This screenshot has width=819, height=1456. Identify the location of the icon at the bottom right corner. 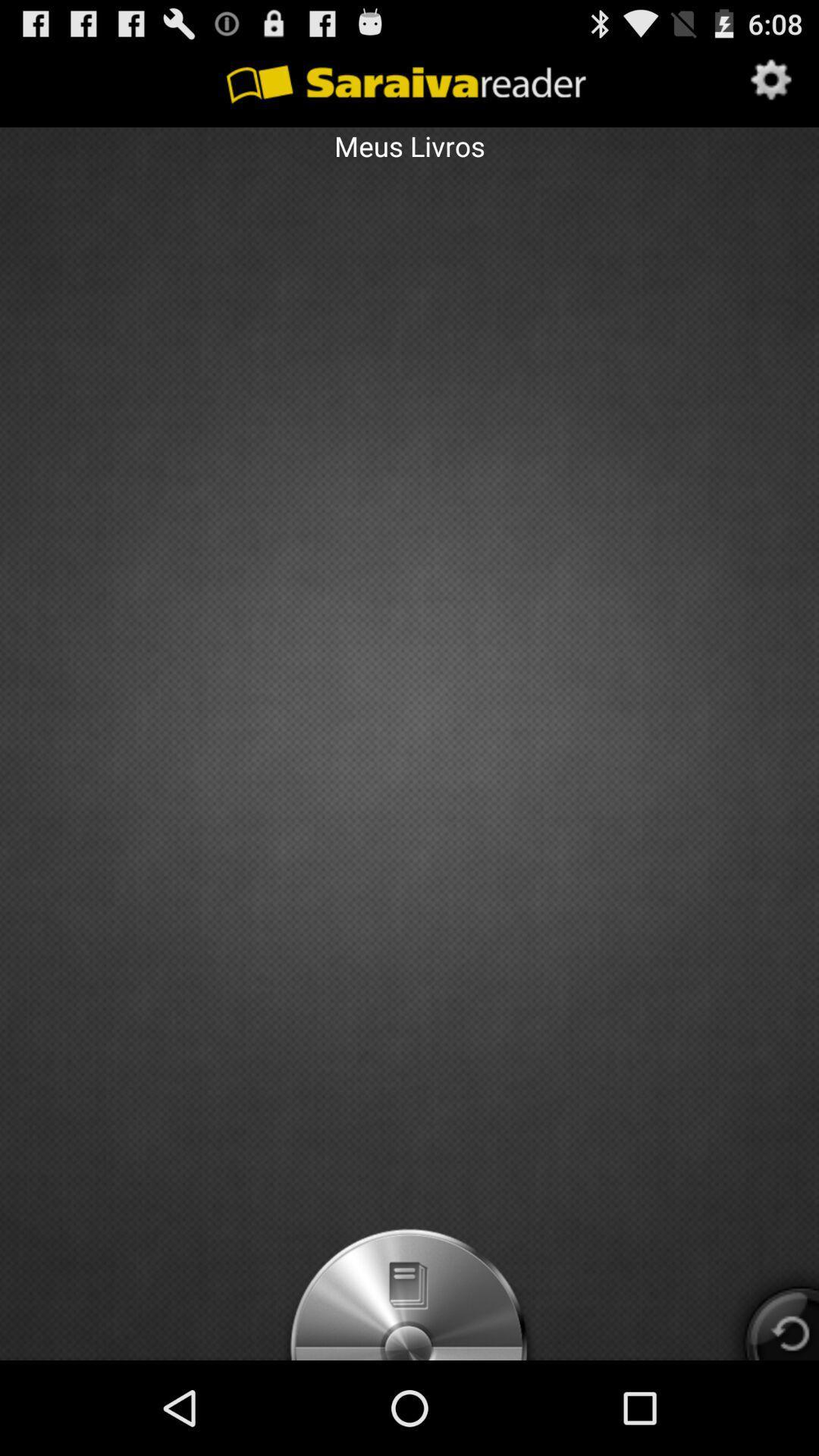
(767, 1308).